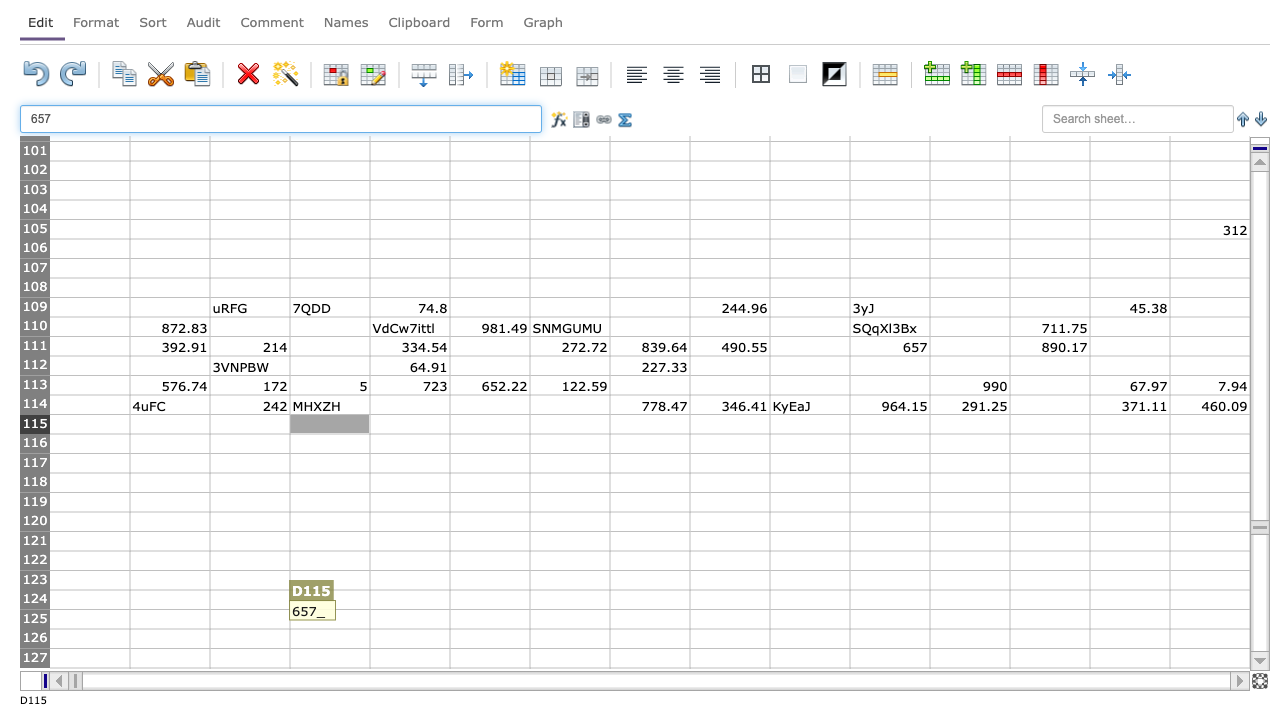 This screenshot has height=720, width=1280. Describe the element at coordinates (489, 618) in the screenshot. I see `Place cursor in F125` at that location.